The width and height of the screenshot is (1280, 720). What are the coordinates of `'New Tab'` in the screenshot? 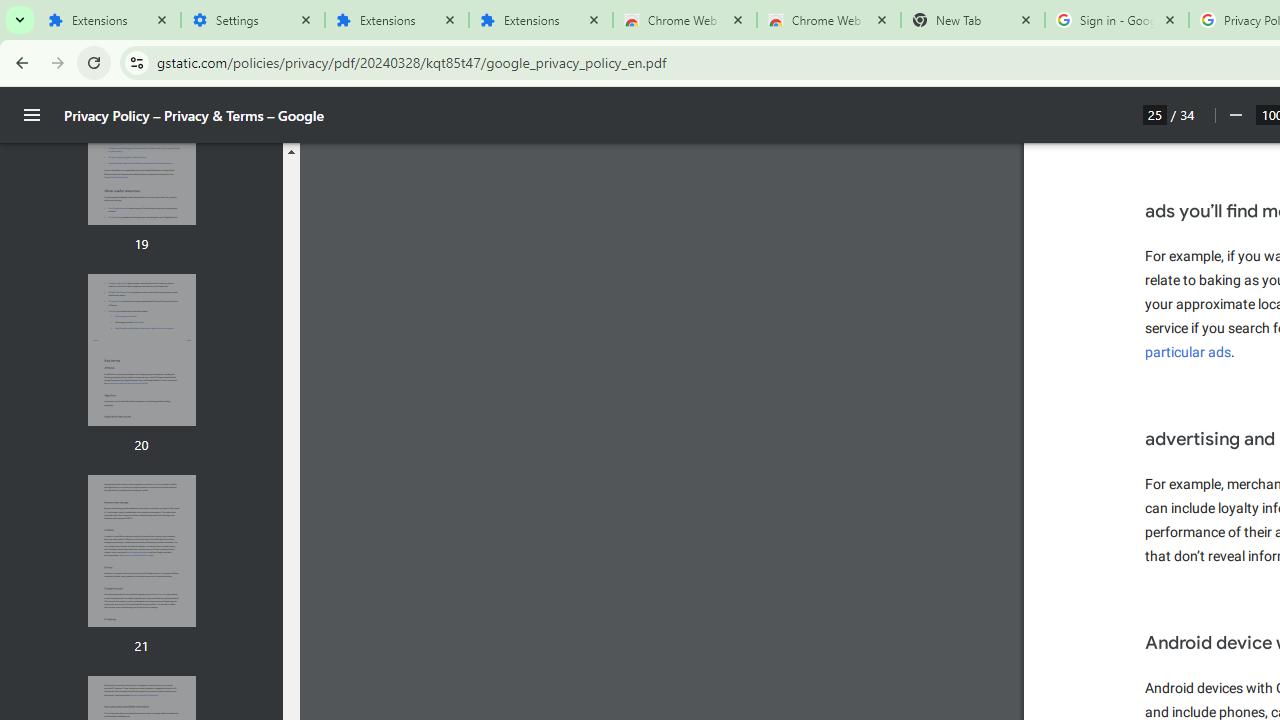 It's located at (972, 20).